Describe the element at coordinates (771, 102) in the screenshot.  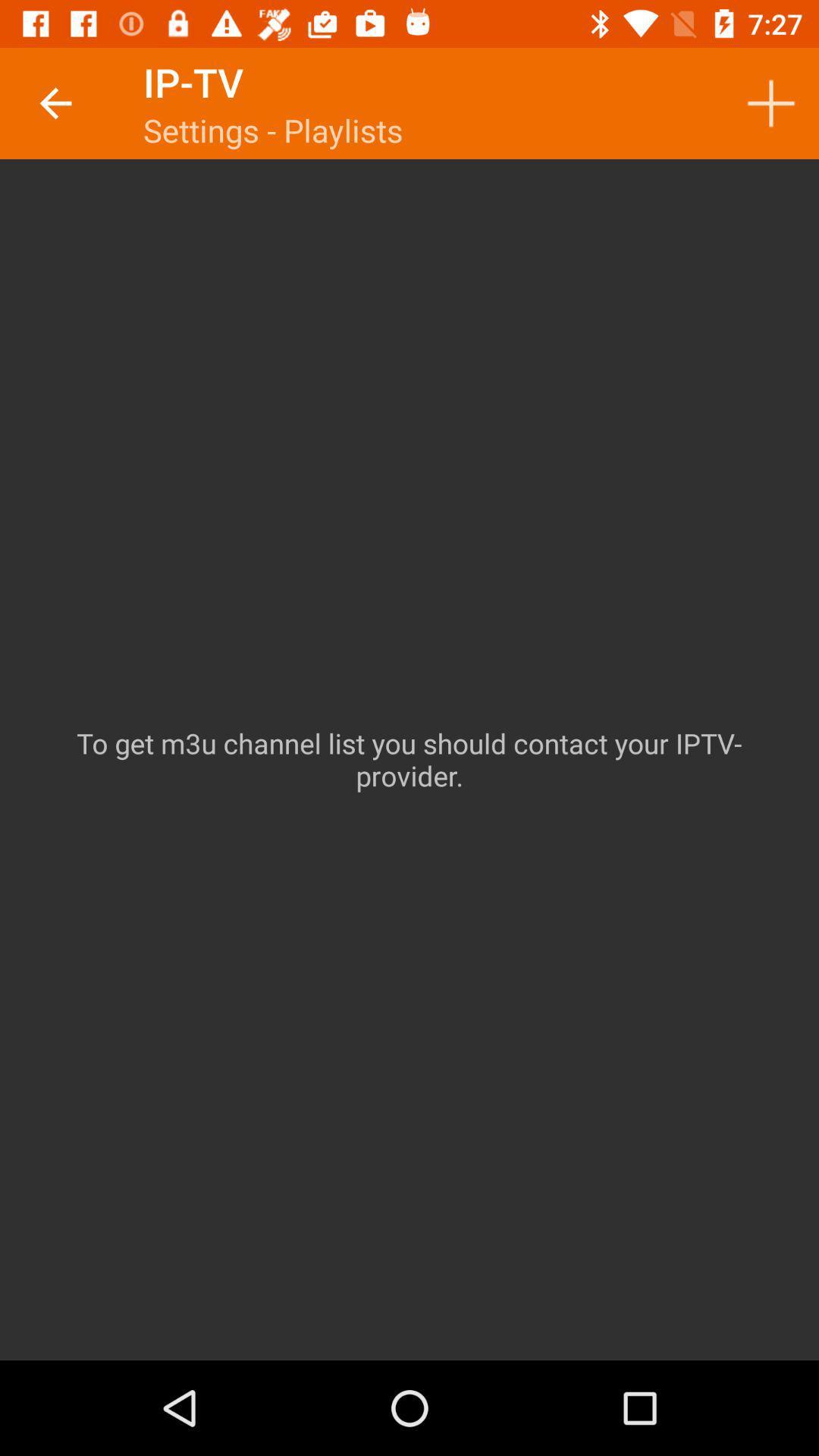
I see `the item at the top right corner` at that location.